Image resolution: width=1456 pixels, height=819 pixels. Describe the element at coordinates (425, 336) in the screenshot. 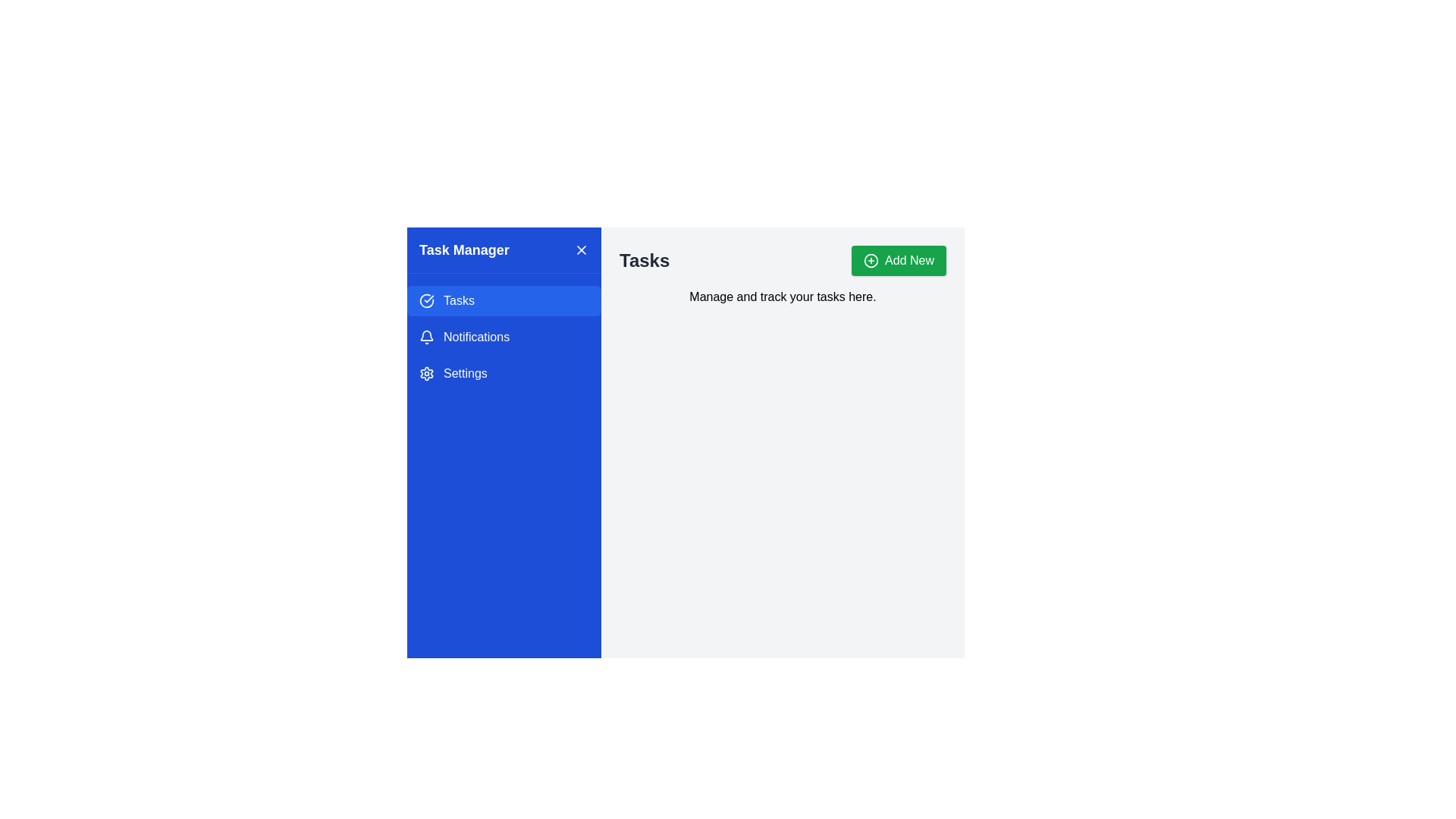

I see `the bell-shaped icon representing the notification indicator` at that location.